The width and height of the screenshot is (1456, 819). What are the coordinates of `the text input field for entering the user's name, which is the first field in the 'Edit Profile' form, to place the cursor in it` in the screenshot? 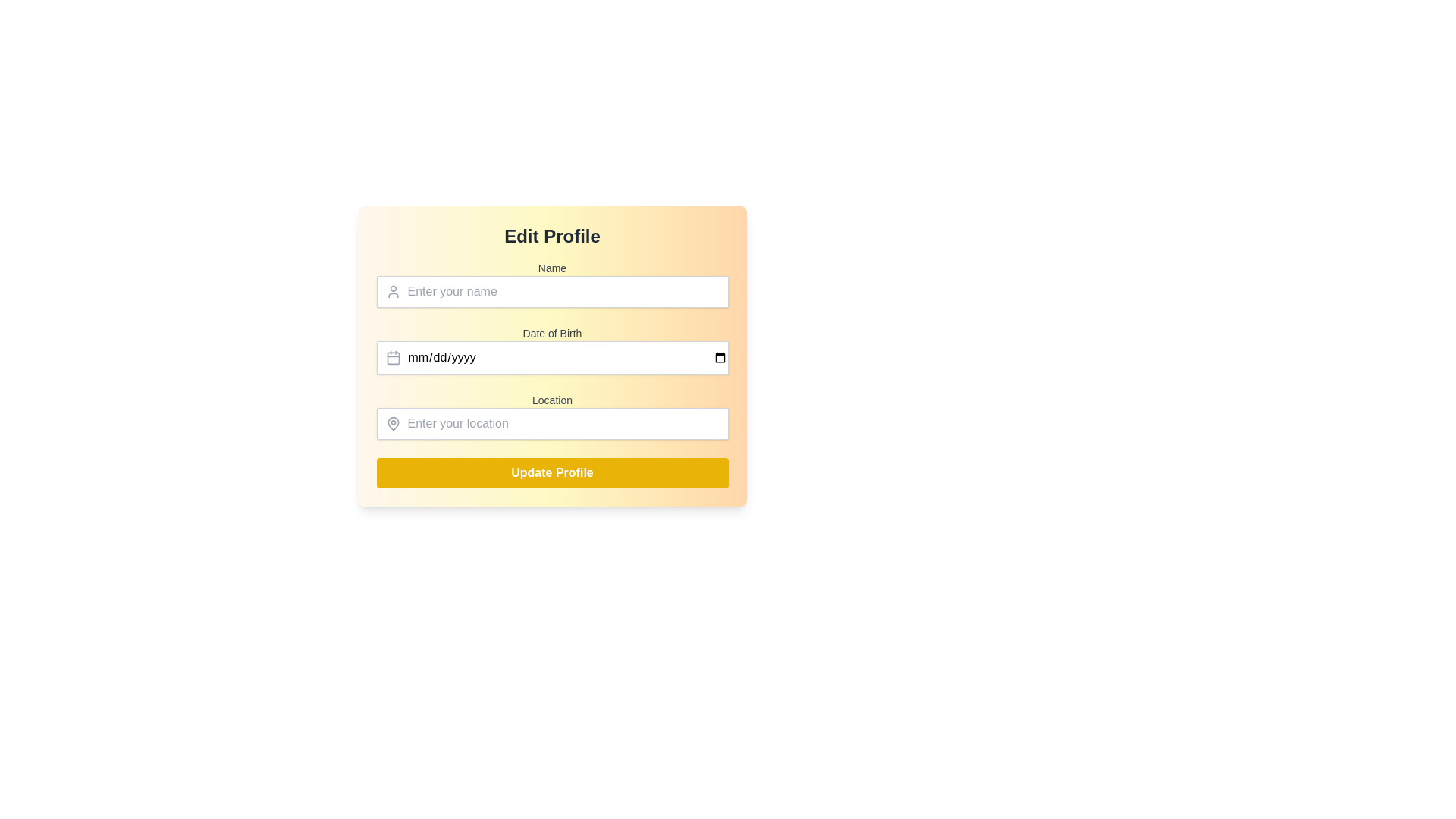 It's located at (551, 284).